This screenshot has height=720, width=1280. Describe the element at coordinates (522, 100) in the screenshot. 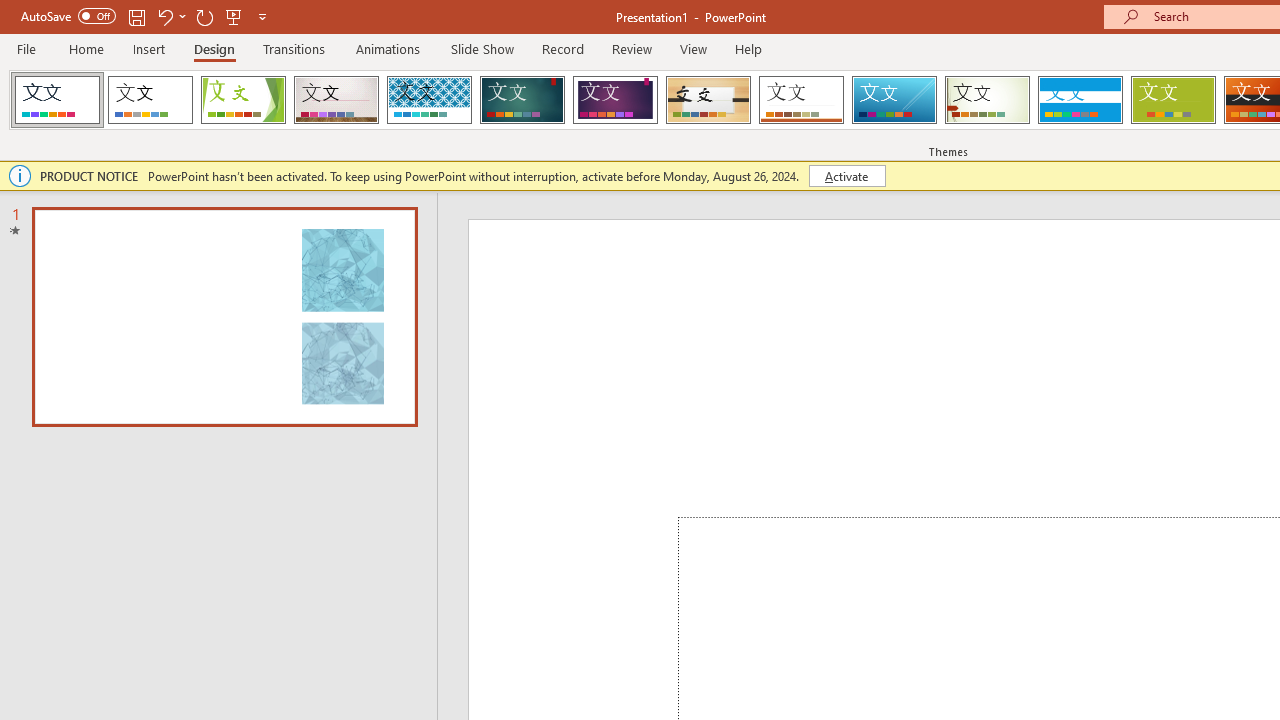

I see `'Ion'` at that location.